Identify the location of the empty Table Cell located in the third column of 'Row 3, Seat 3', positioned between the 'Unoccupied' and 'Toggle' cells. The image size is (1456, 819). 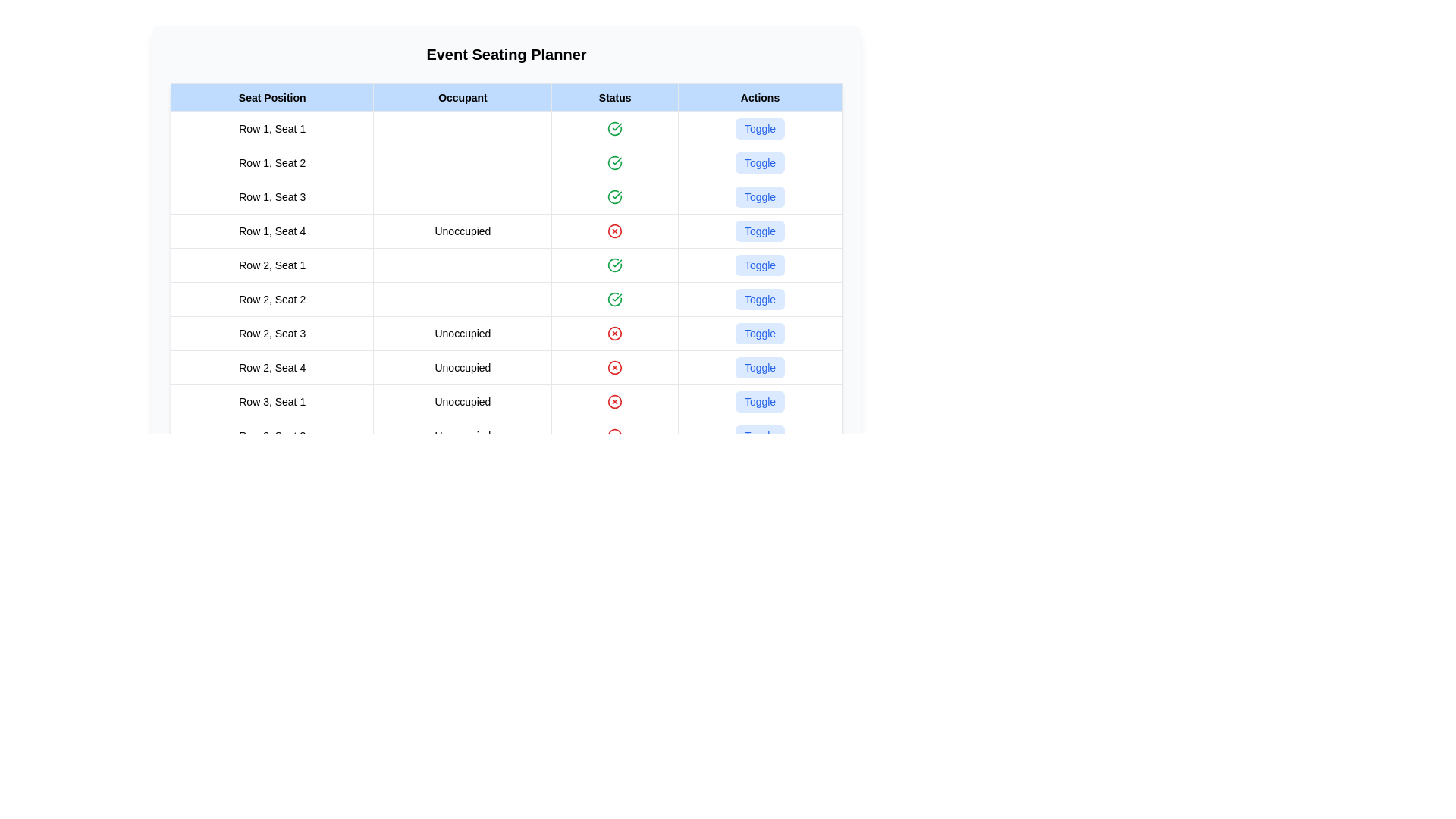
(615, 469).